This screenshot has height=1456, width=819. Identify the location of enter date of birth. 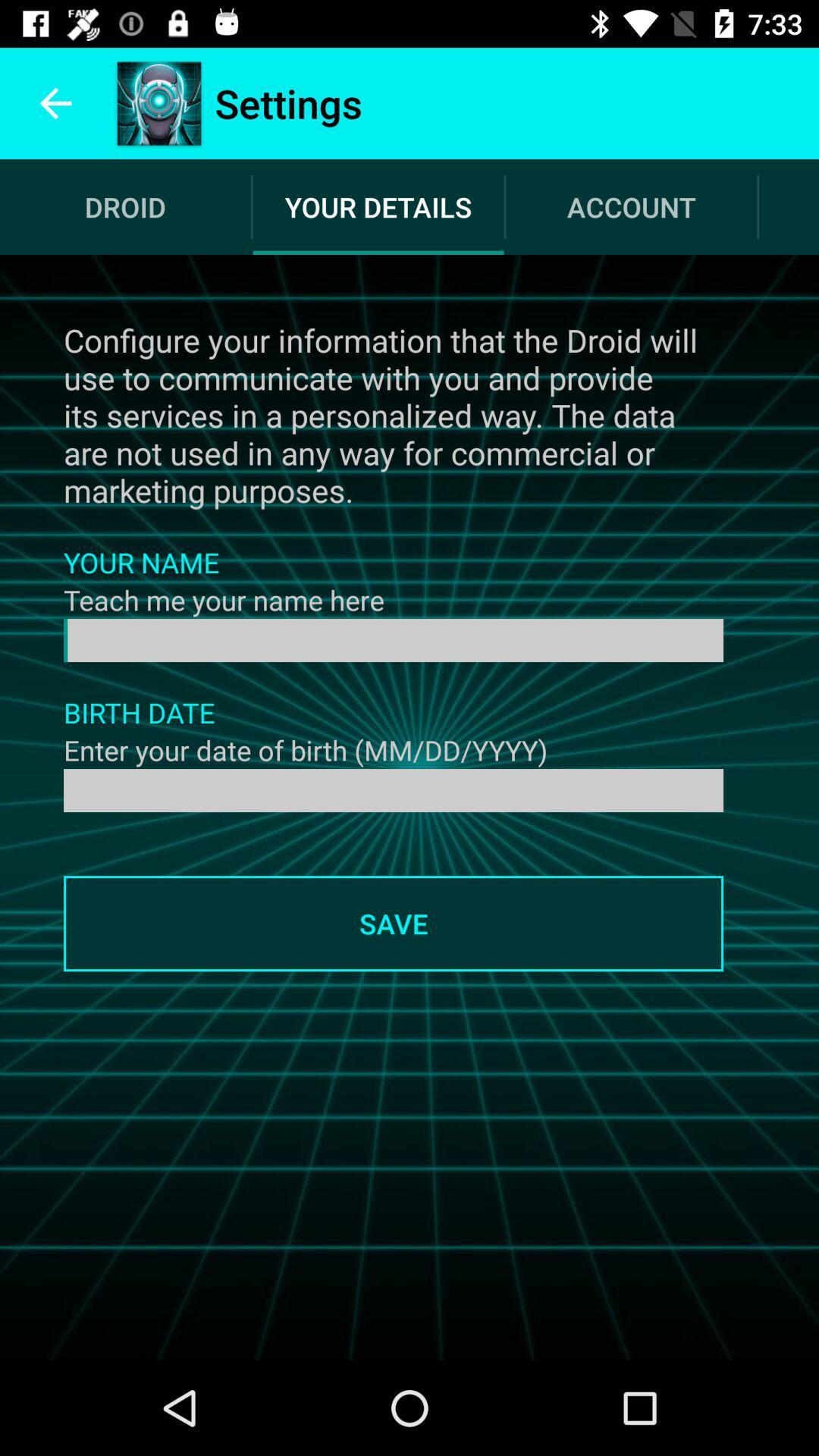
(393, 789).